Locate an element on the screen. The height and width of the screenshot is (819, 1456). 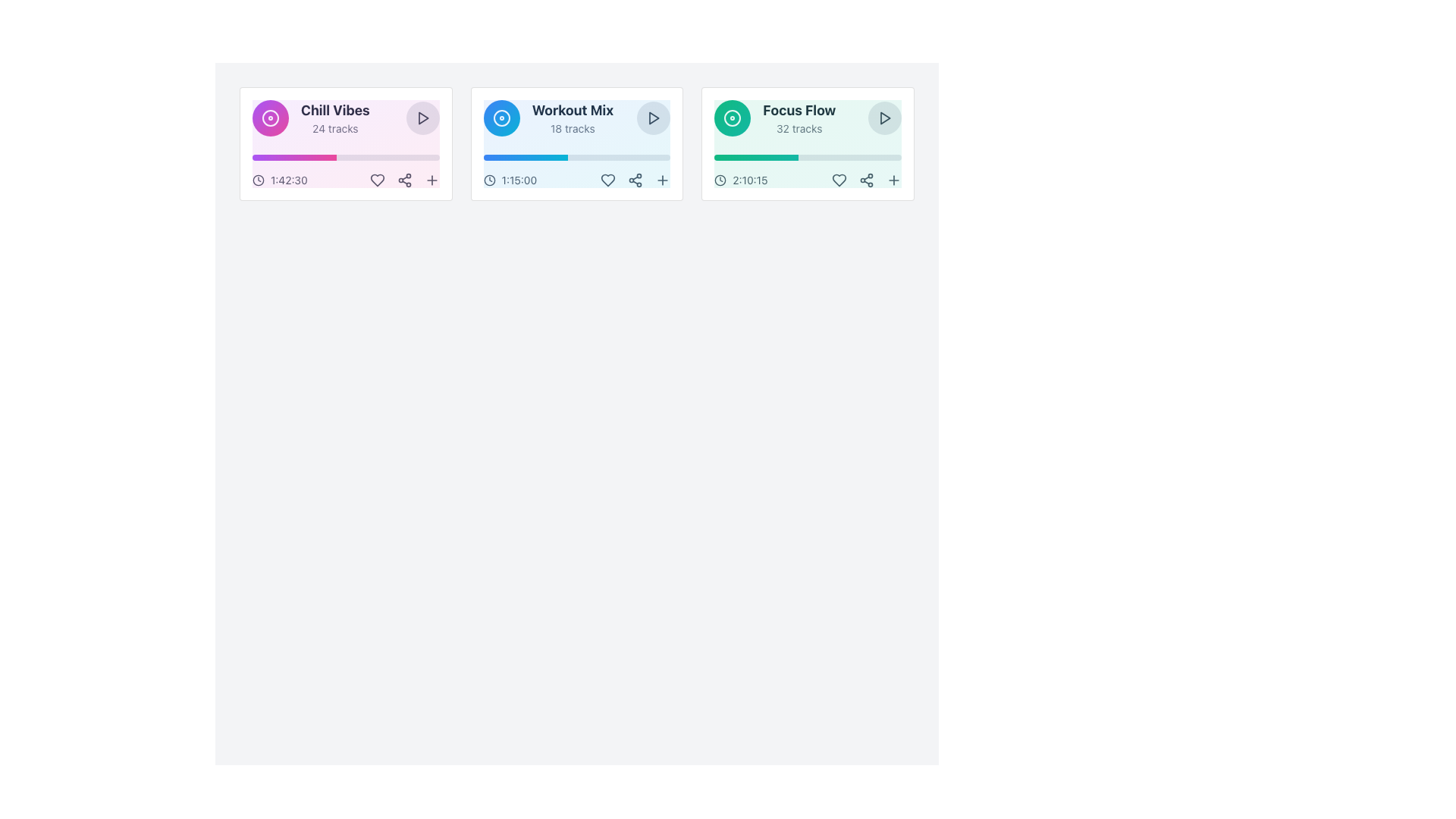
the progress indicated by the rectangular progress bar located in the center of the 'Workout Mix' playlist card, beneath the title 'Workout Mix' is located at coordinates (576, 158).